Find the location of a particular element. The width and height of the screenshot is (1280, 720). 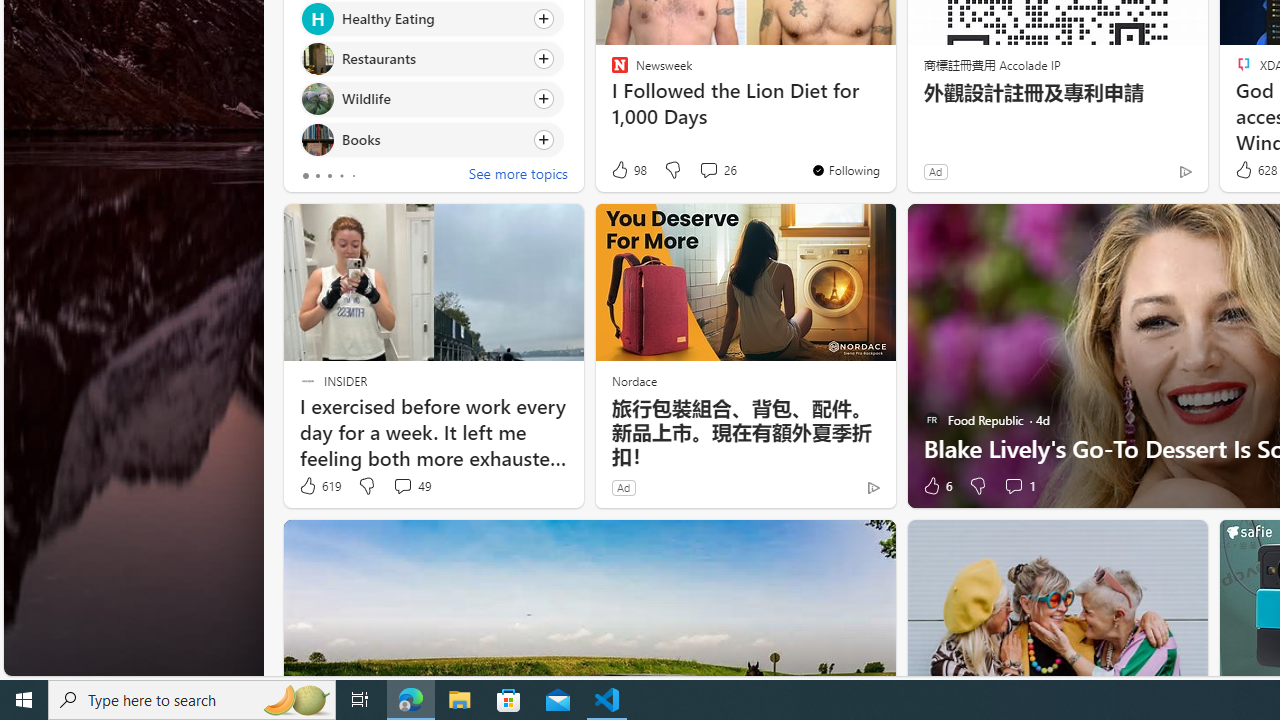

'tab-3' is located at coordinates (341, 175).